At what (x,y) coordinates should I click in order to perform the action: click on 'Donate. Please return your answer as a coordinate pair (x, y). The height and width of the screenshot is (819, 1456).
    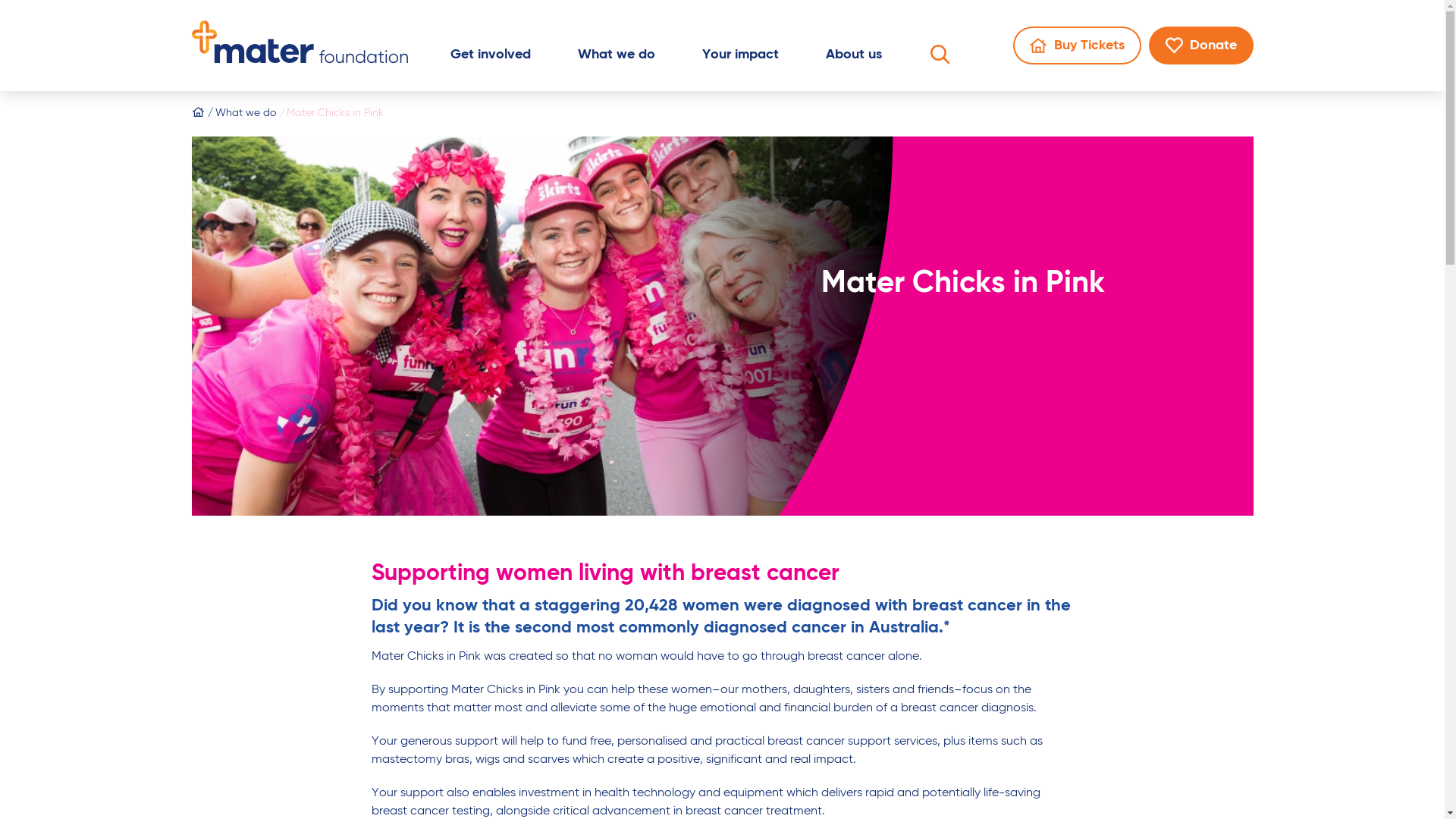
    Looking at the image, I should click on (1200, 45).